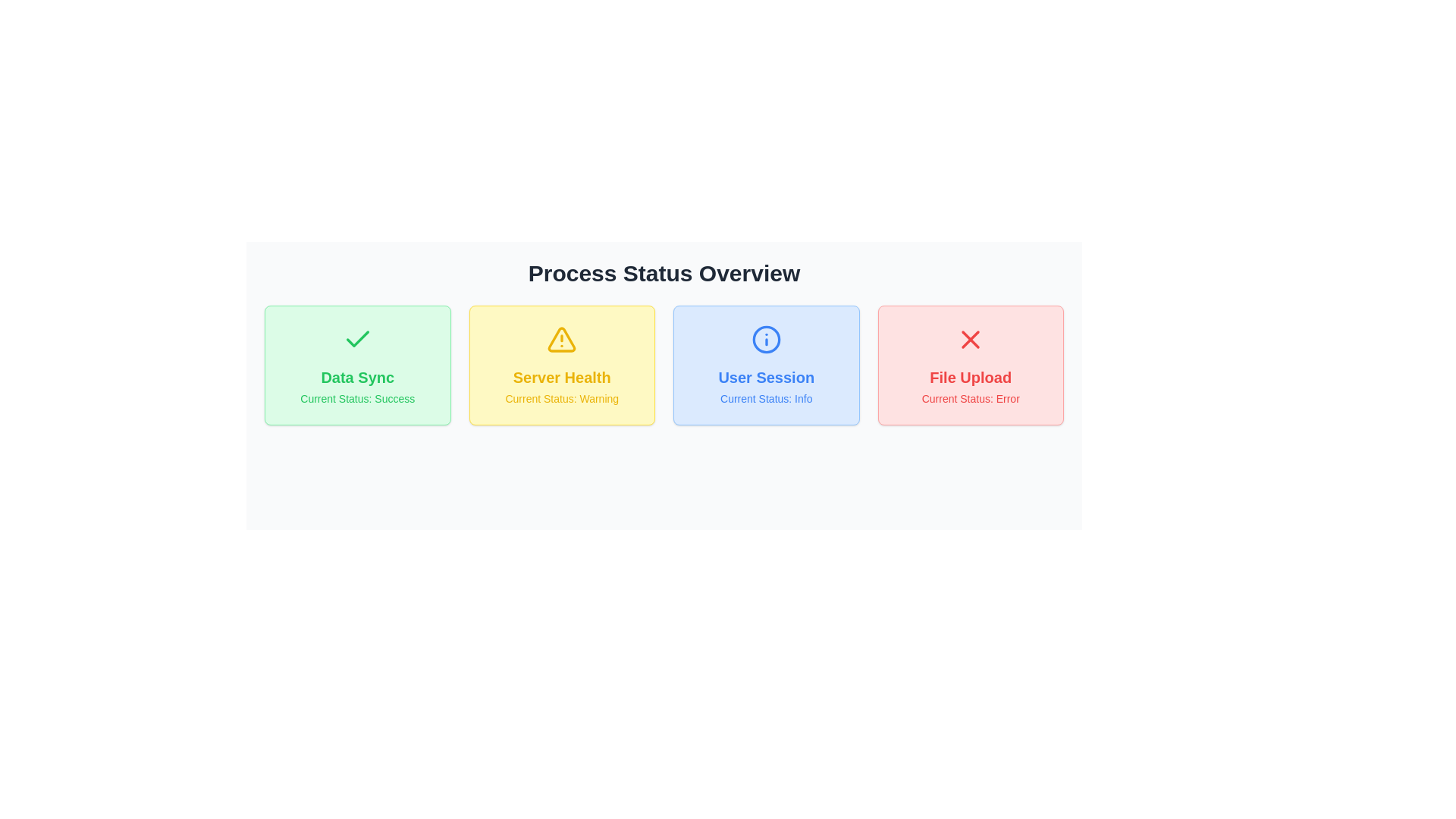  Describe the element at coordinates (971, 376) in the screenshot. I see `the 'File Upload' label, which is a bold, red text label indicating a warning or error state, located within the red status block in the 'Process Status Overview'` at that location.